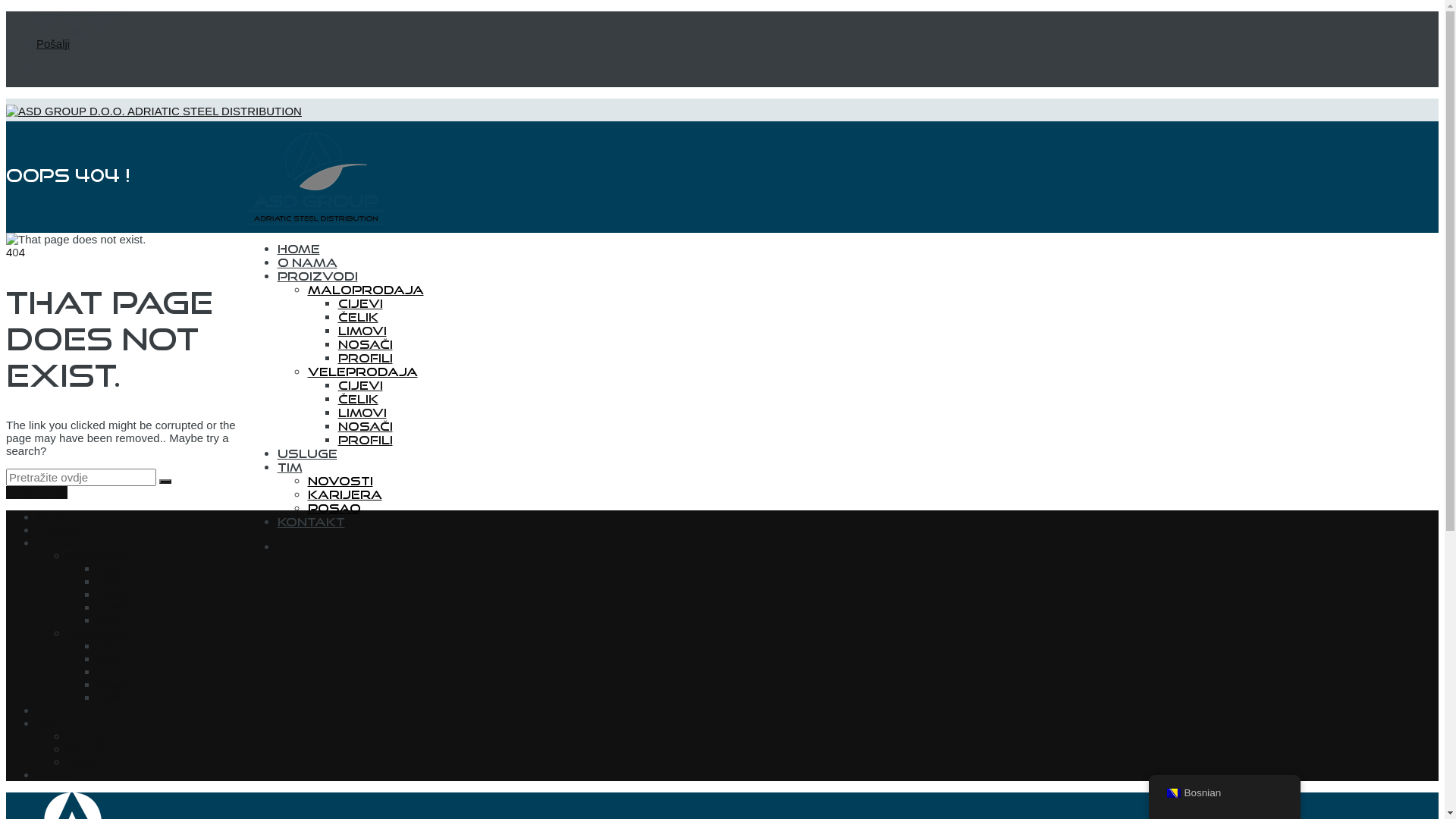 This screenshot has width=1456, height=819. I want to click on 'Proizvodi', so click(59, 541).